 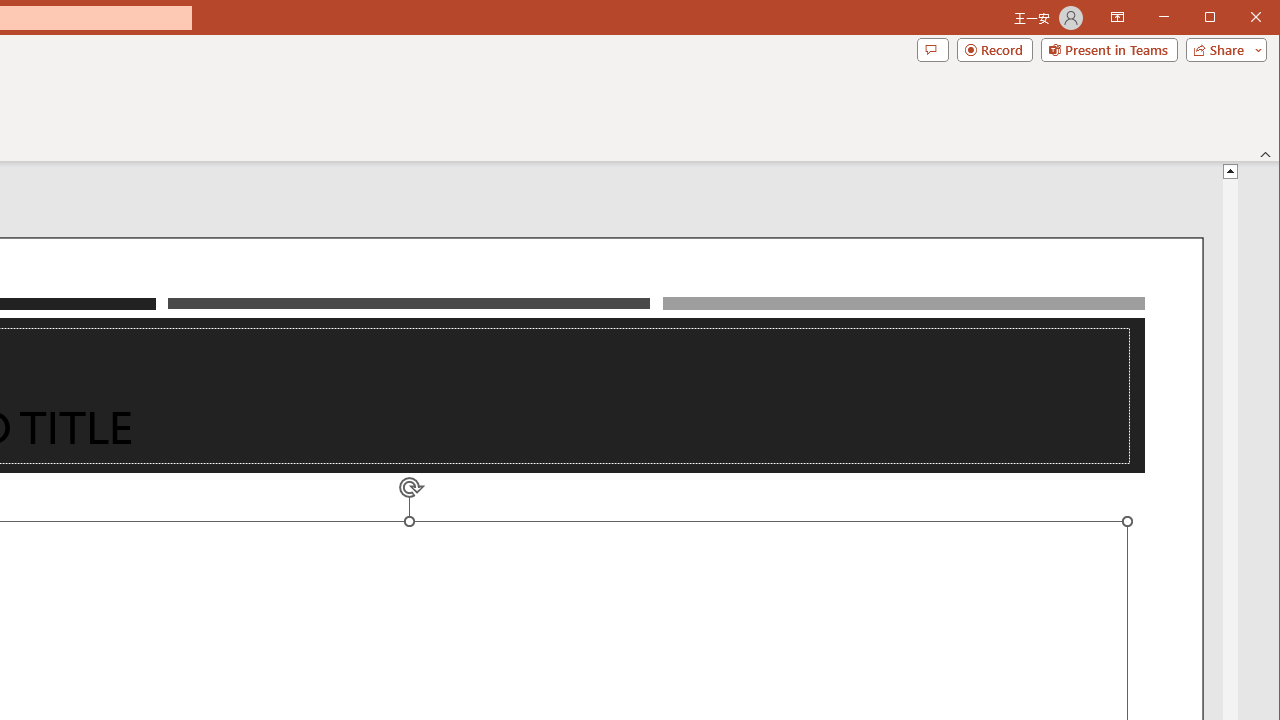 I want to click on 'Present in Teams', so click(x=1108, y=49).